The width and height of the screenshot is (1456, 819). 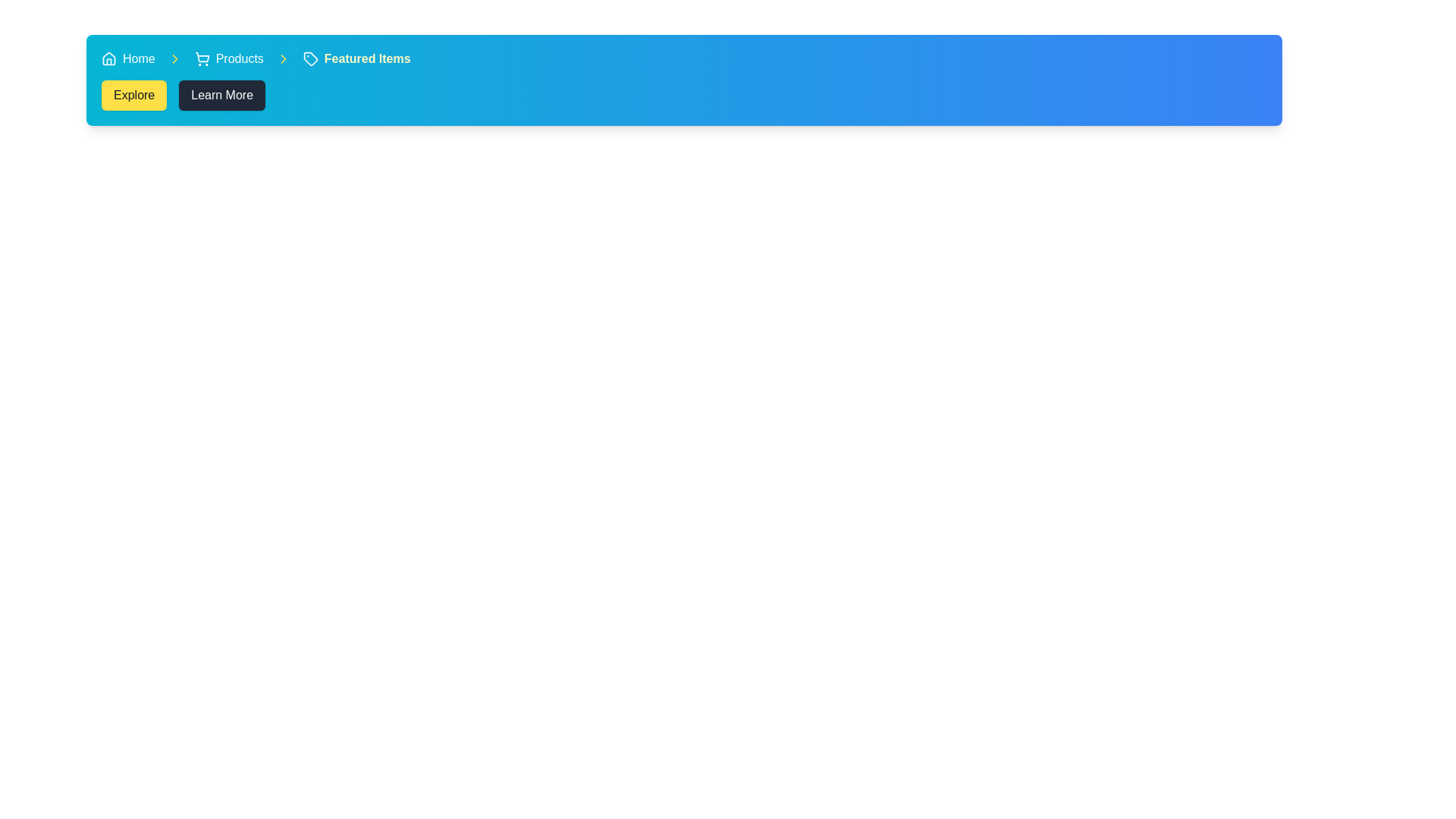 I want to click on the 'Home' SVG icon located at the far-left side of the breadcrumb navigation bar, so click(x=108, y=58).